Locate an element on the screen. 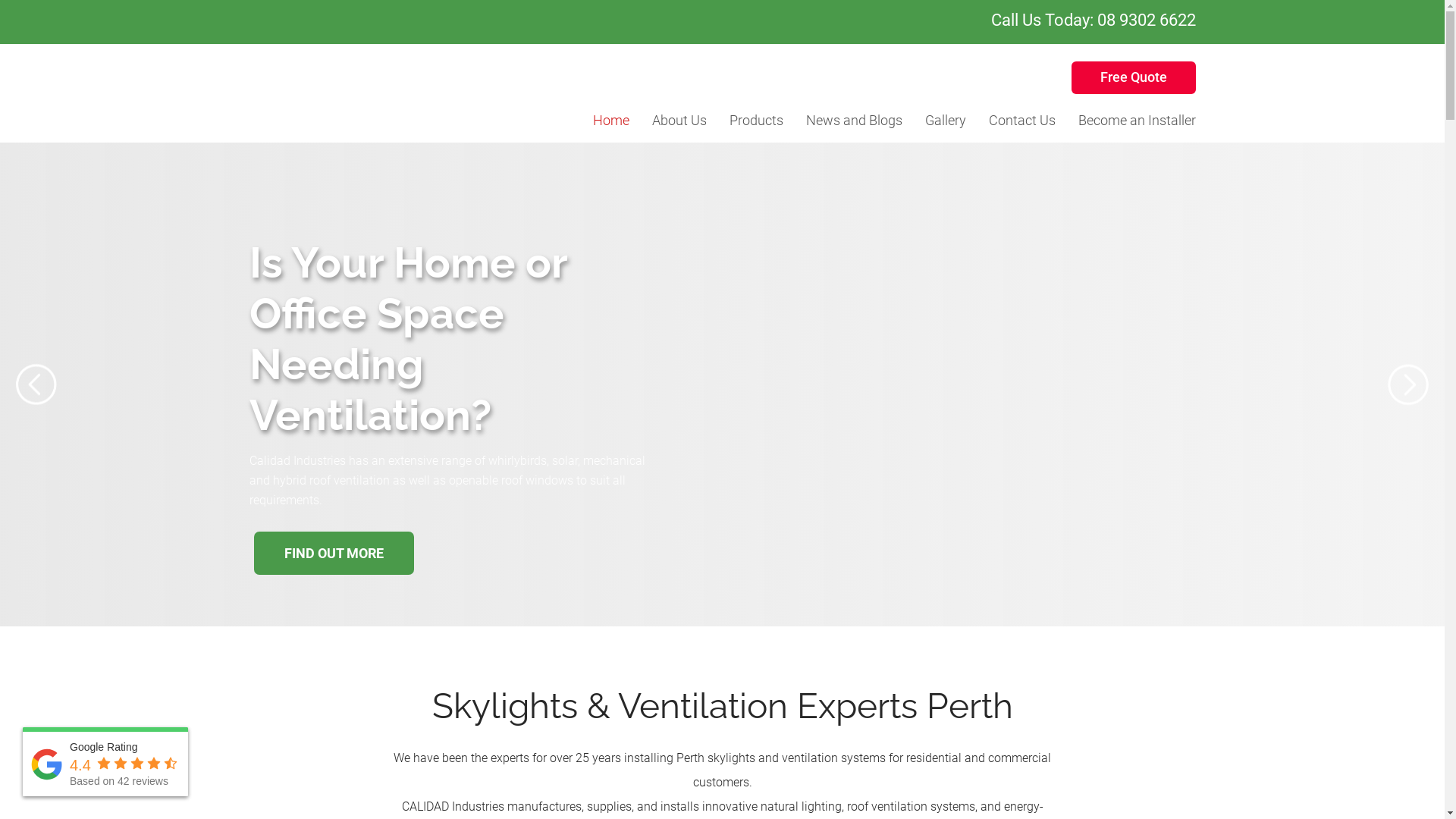  'Gallery' is located at coordinates (945, 119).